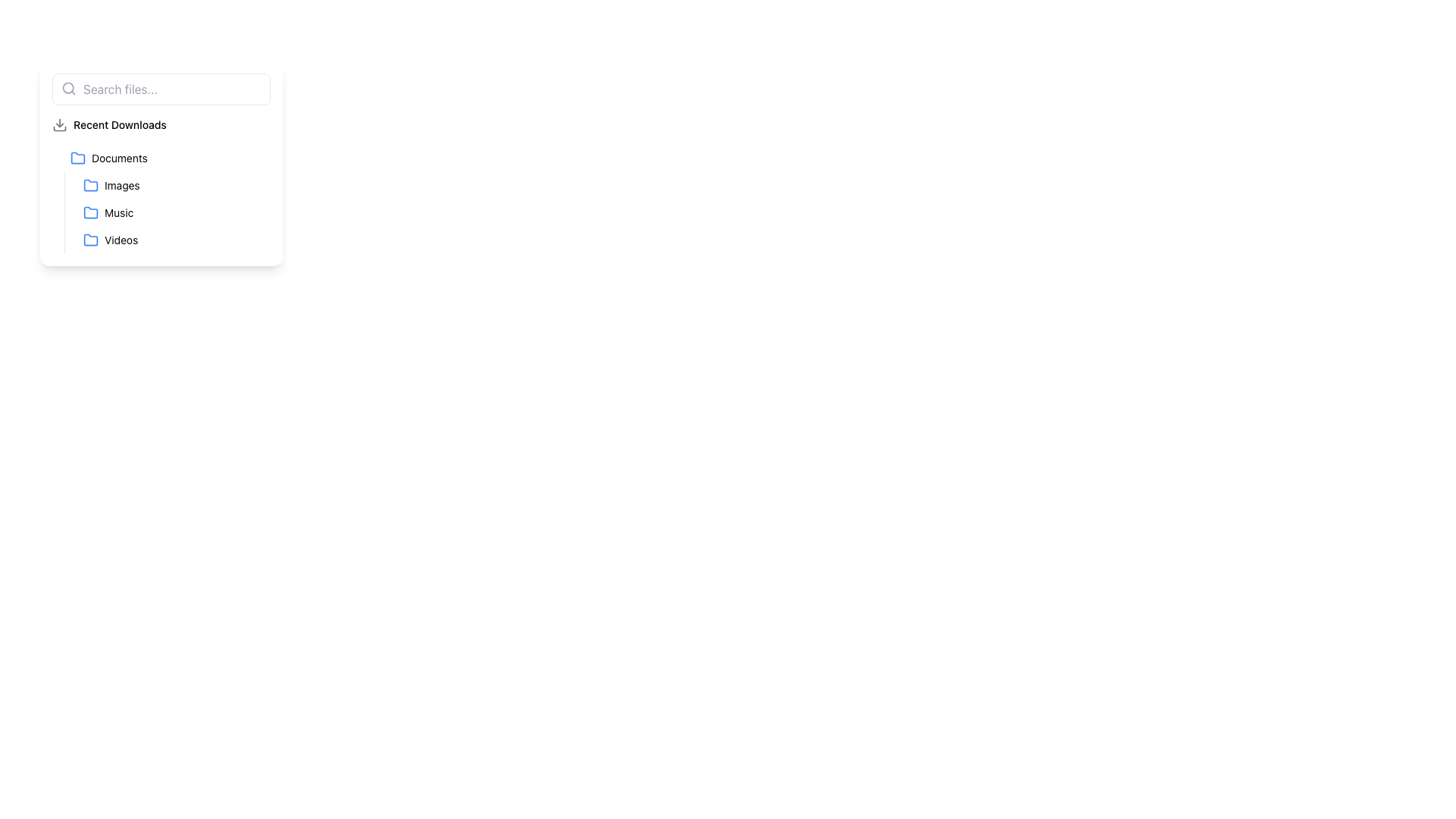 The image size is (1456, 819). Describe the element at coordinates (161, 164) in the screenshot. I see `the vertical list of labeled folder items located under the 'Recent Downloads' section to navigate through categorized files such as 'Documents', 'Images', 'Music', and 'Videos'` at that location.